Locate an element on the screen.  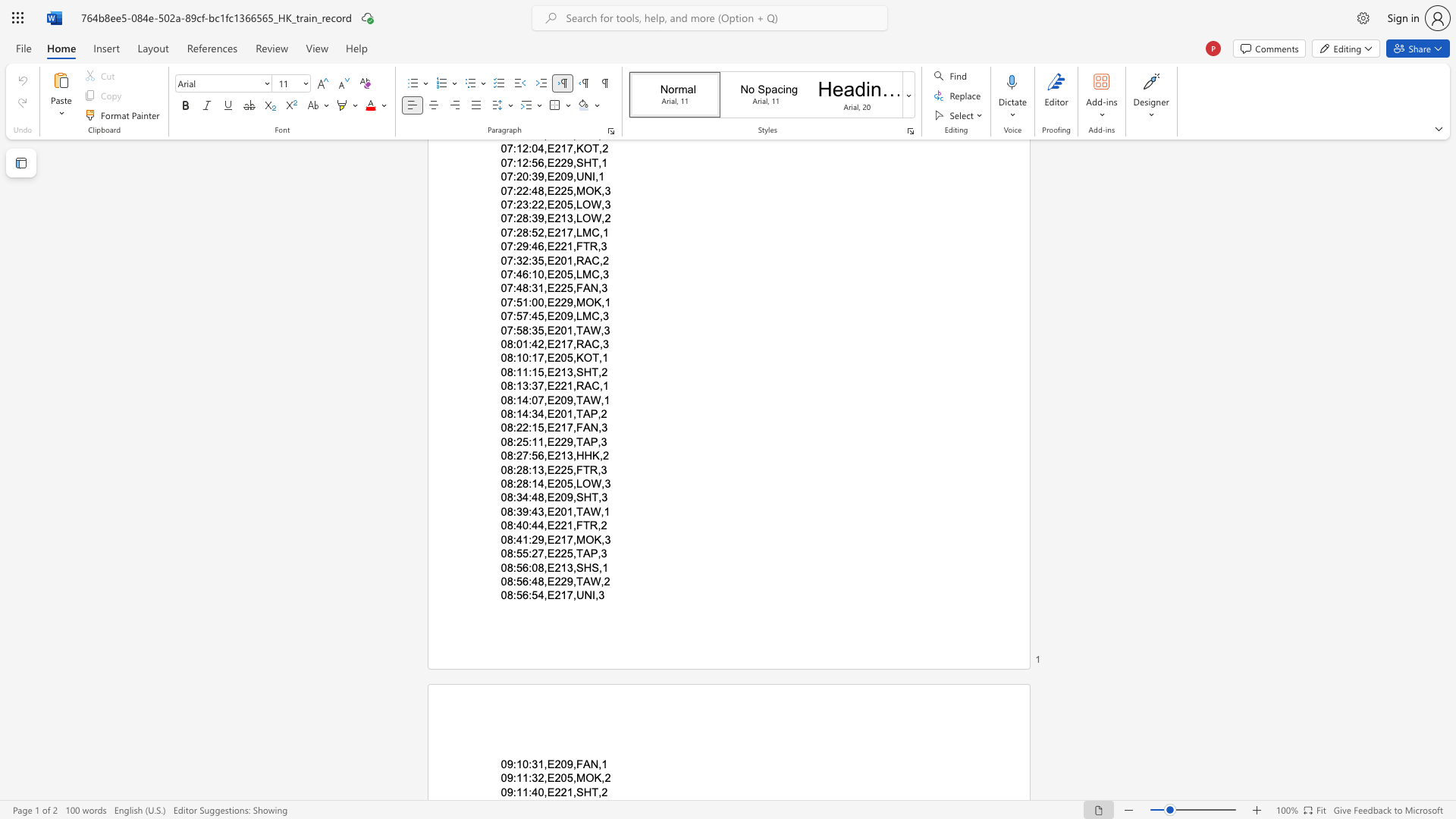
the subset text "28:14,E205," within the text "08:28:14,E205,LOW,3" is located at coordinates (516, 484).